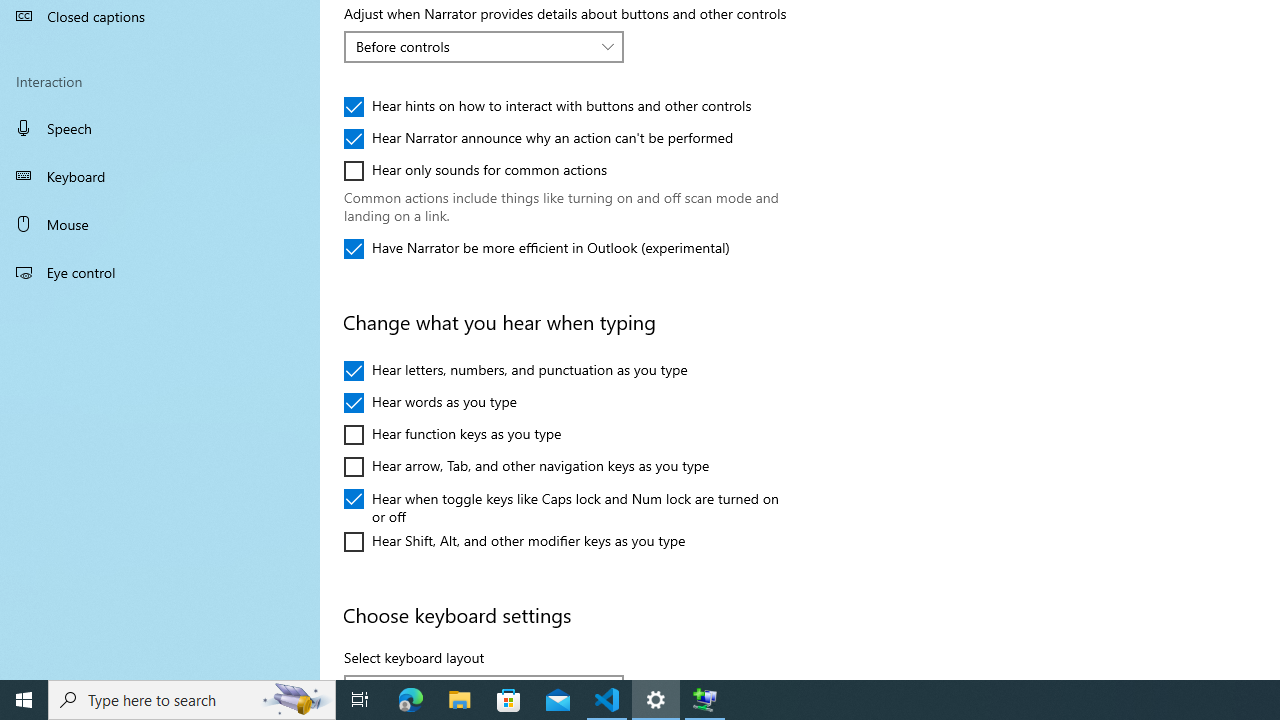 This screenshot has width=1280, height=720. What do you see at coordinates (472, 45) in the screenshot?
I see `'Before controls'` at bounding box center [472, 45].